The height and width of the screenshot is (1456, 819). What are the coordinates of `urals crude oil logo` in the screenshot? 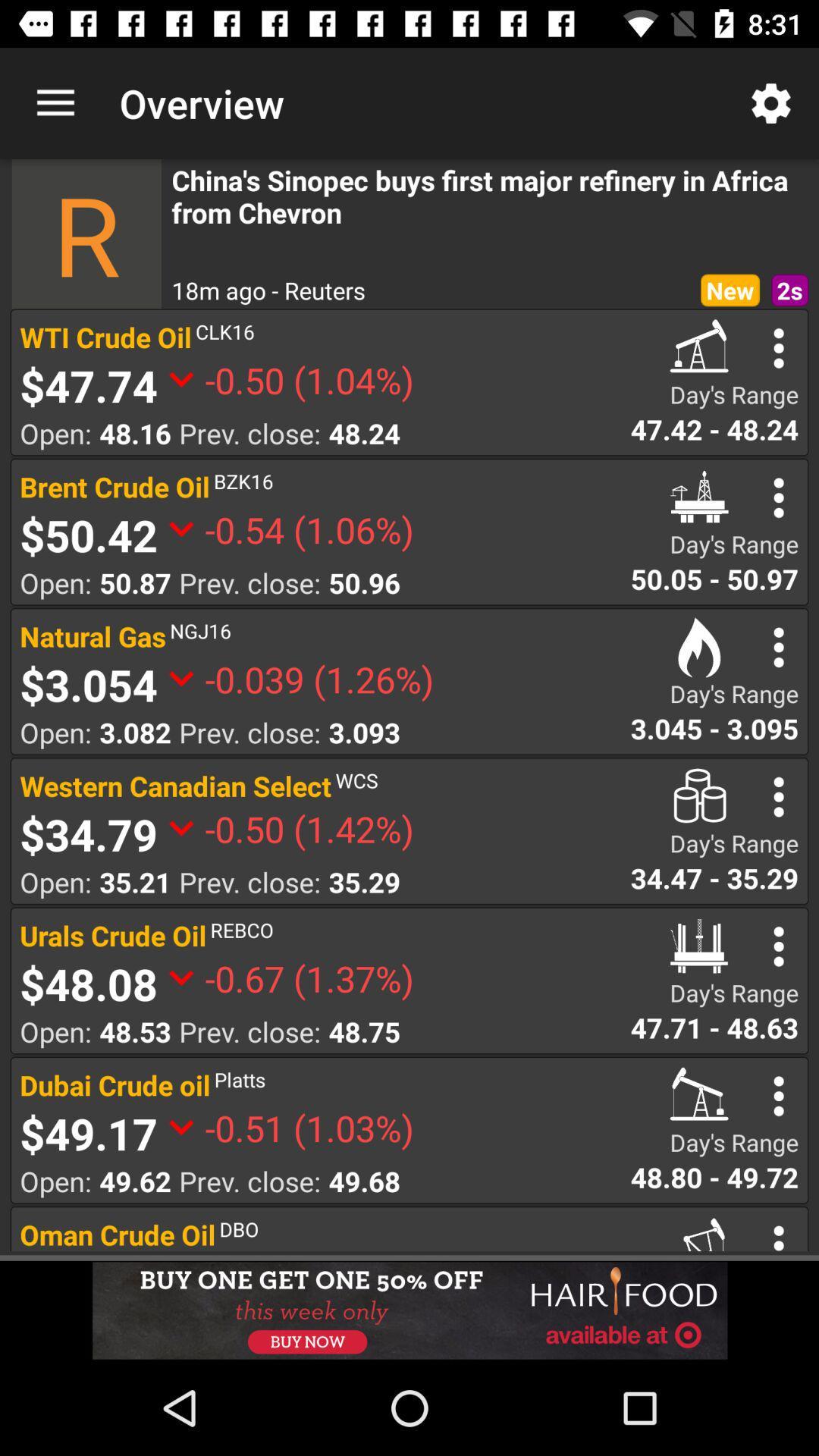 It's located at (699, 946).